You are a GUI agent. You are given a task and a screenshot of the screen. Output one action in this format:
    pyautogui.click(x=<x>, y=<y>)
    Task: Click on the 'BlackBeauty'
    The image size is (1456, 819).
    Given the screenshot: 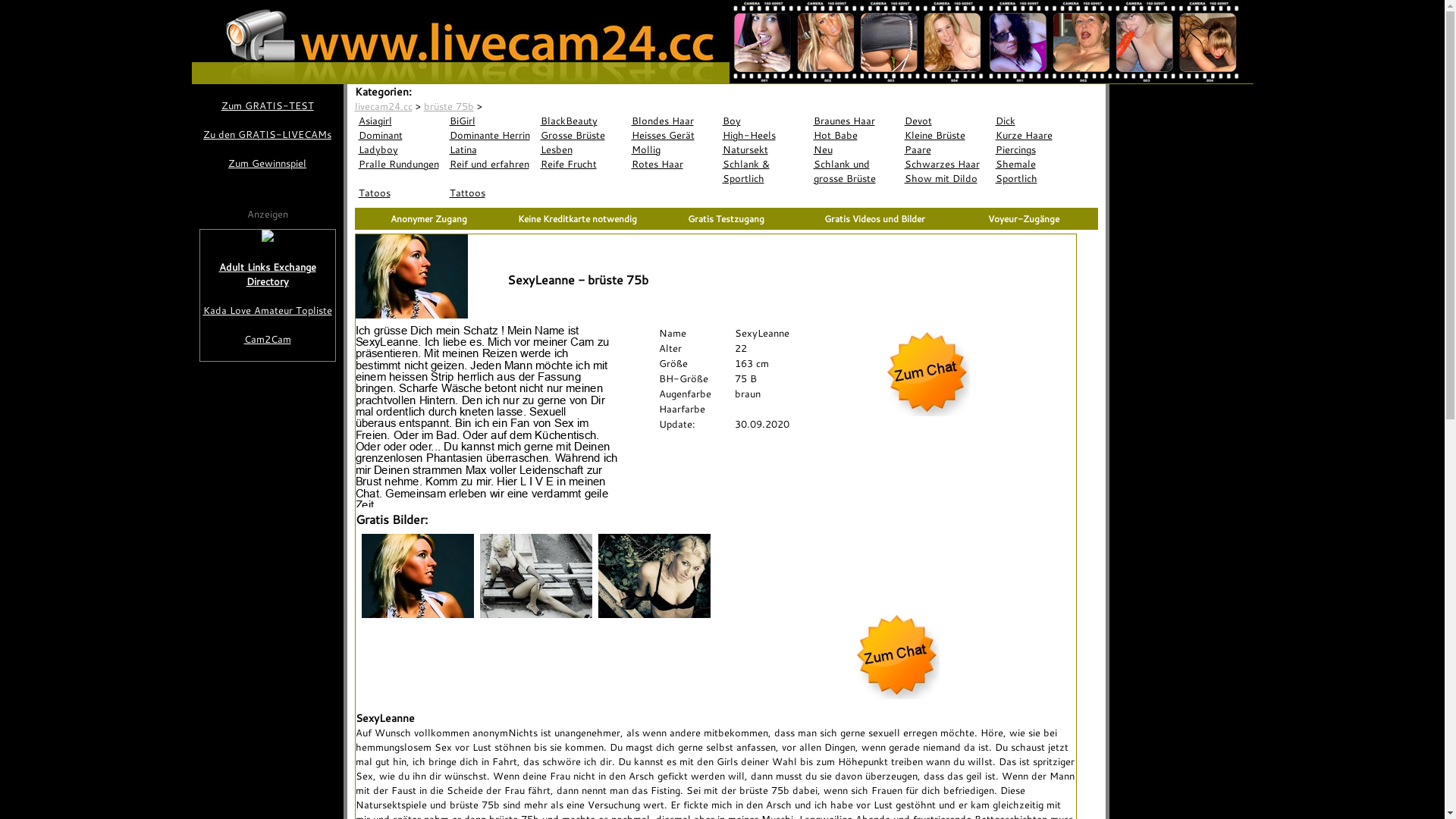 What is the action you would take?
    pyautogui.click(x=582, y=120)
    